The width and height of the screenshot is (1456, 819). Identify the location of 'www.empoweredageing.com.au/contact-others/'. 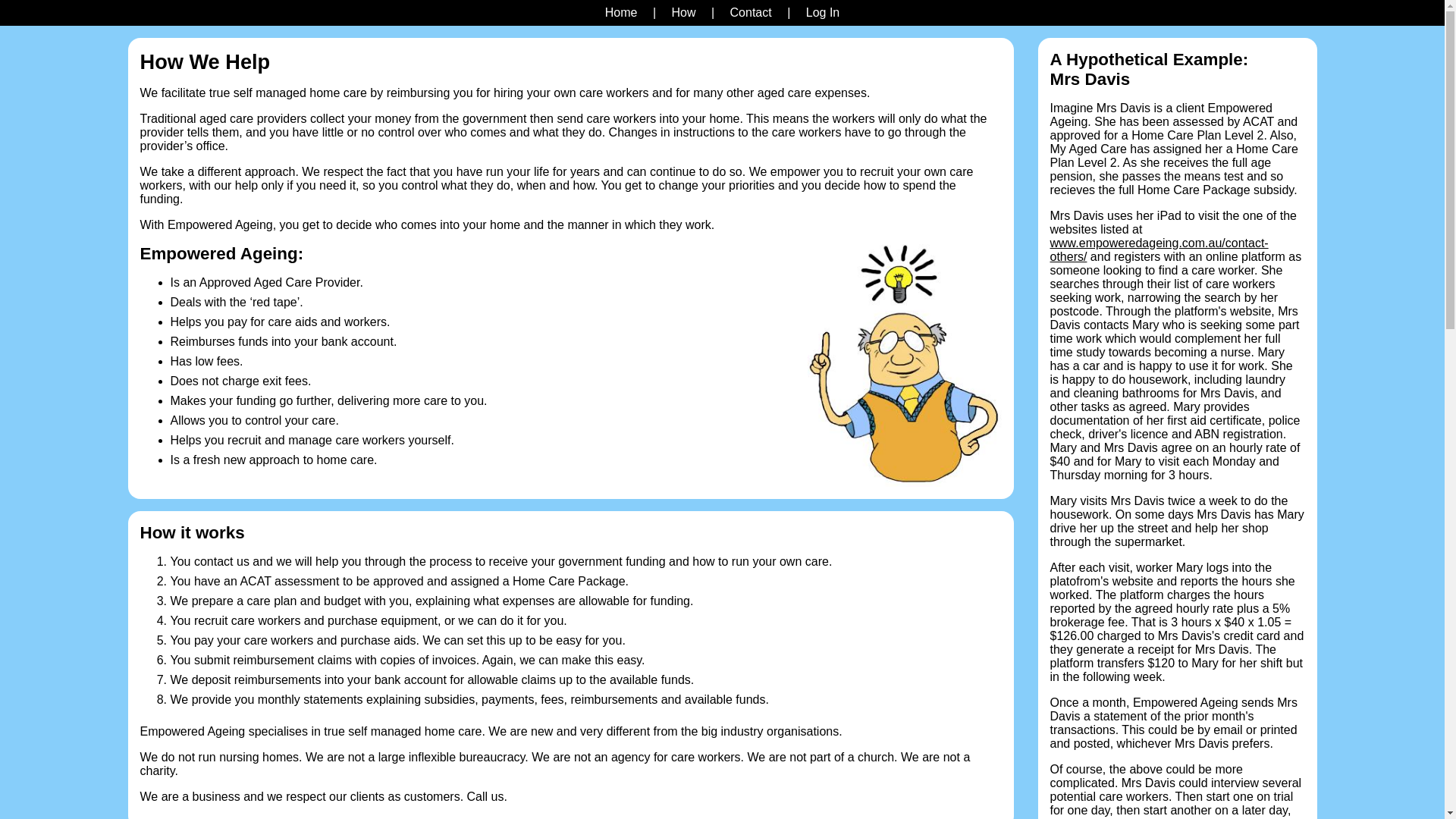
(1157, 249).